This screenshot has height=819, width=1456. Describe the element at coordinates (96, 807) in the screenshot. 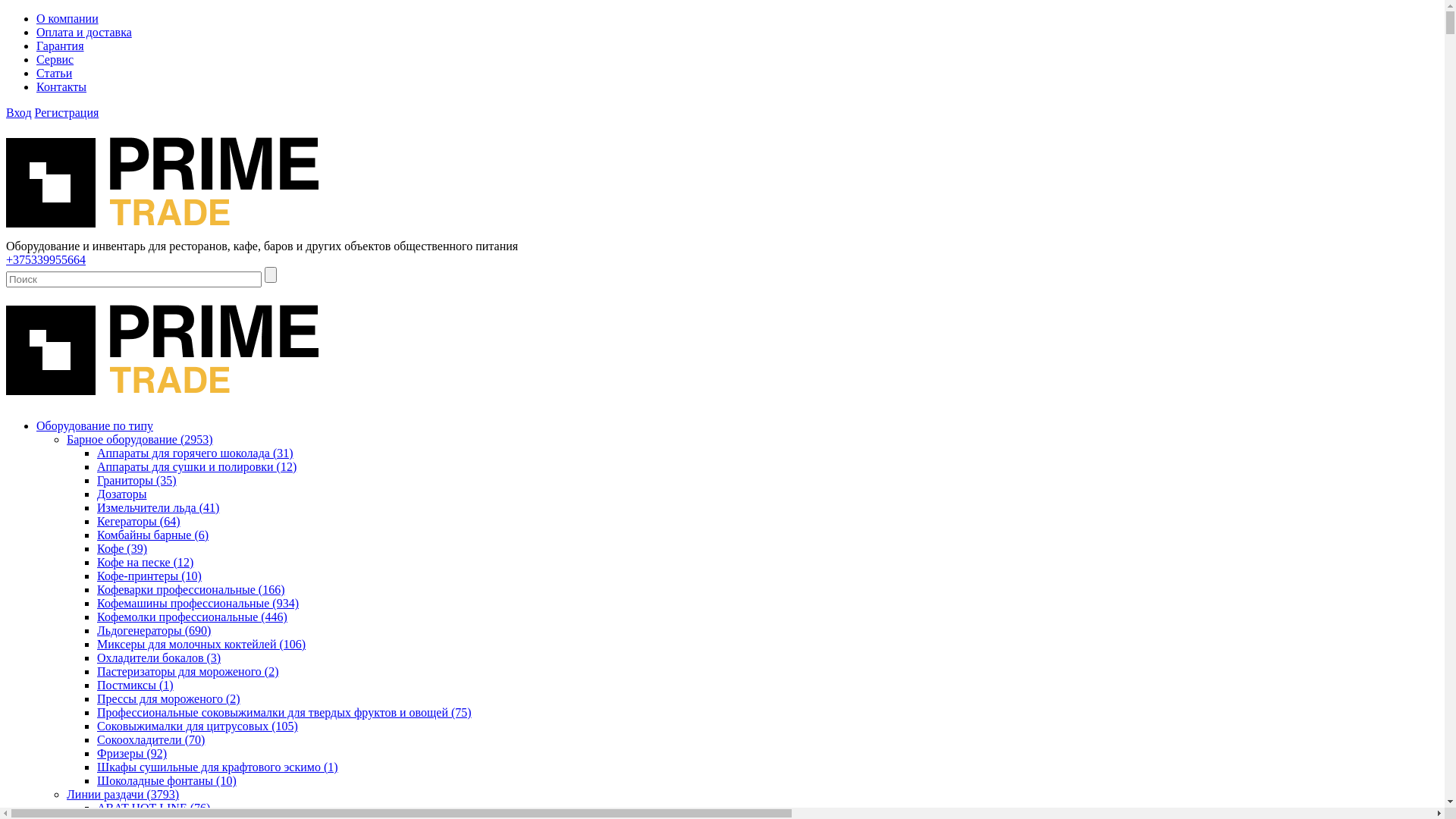

I see `'ABAT HOT-LINE (76)'` at that location.